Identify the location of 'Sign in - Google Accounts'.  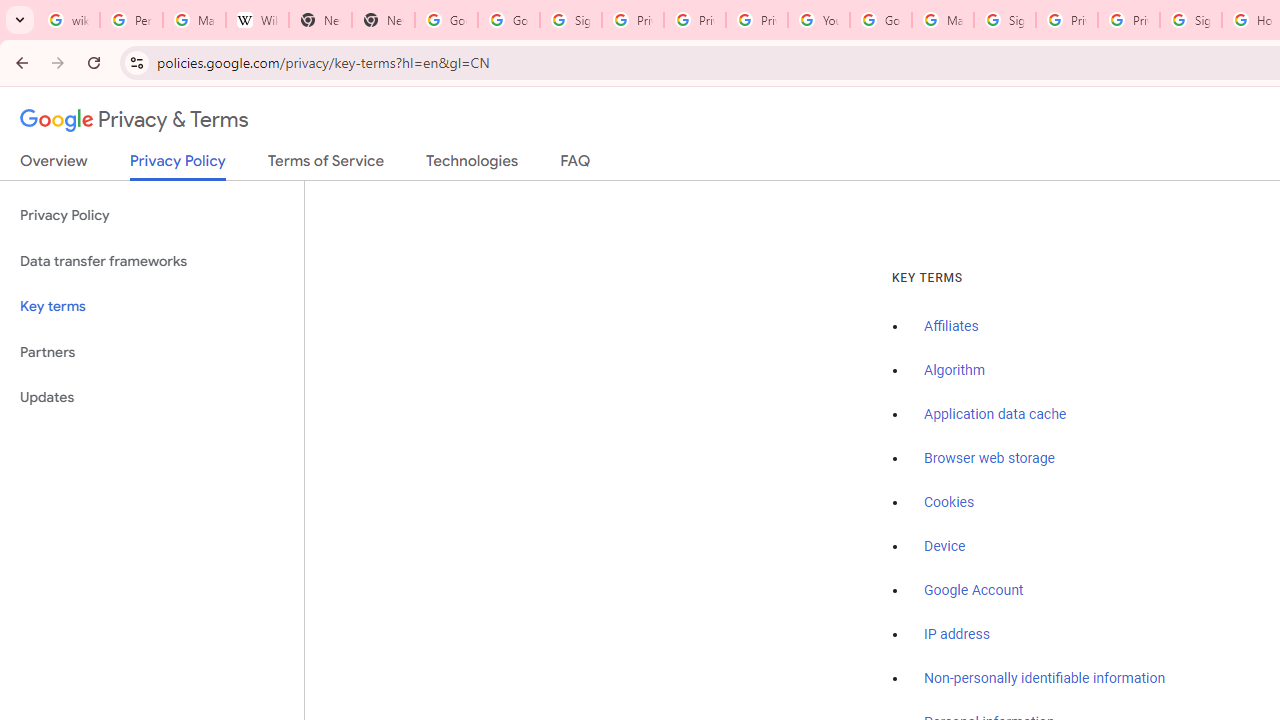
(1004, 20).